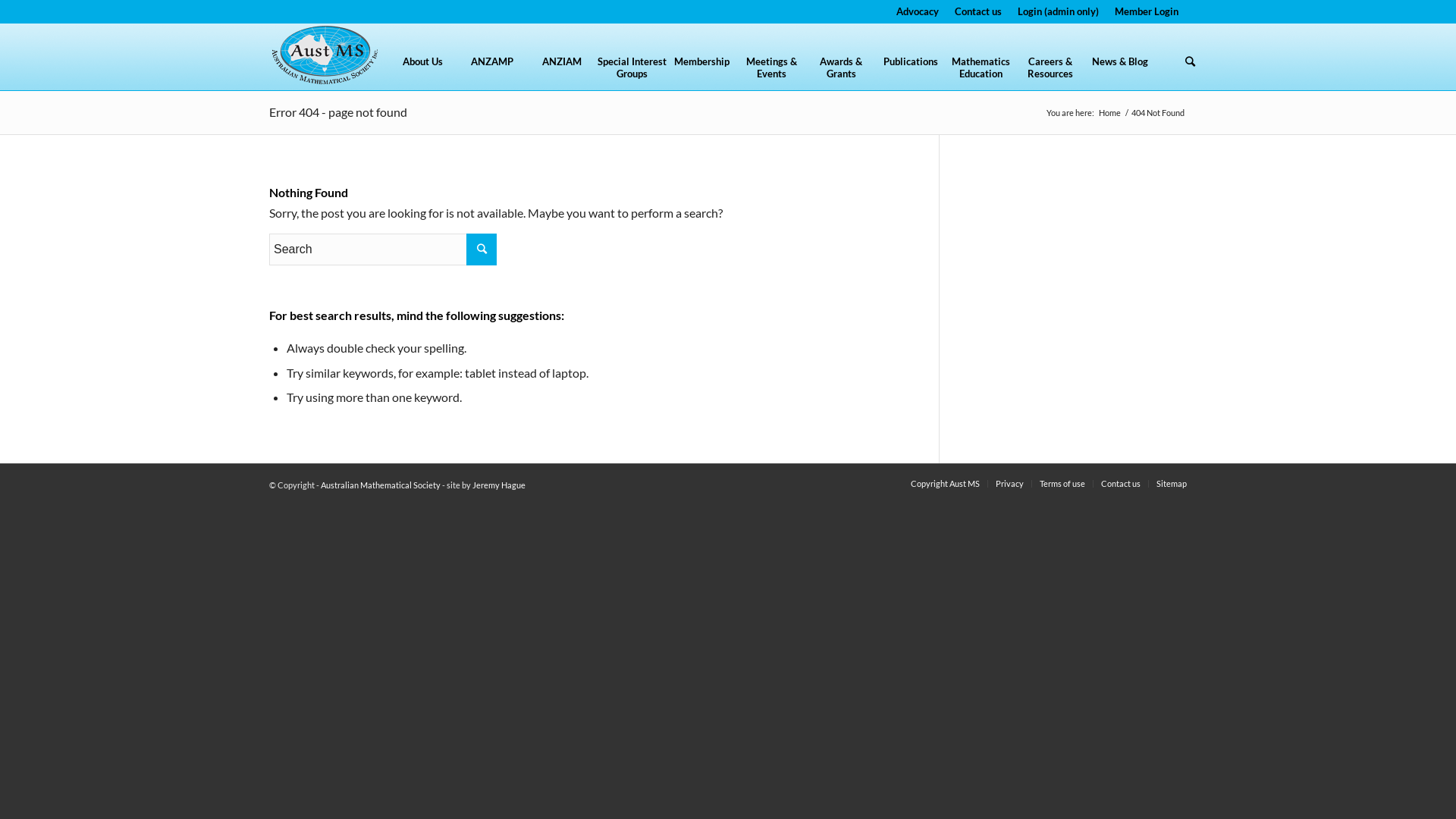 The image size is (1456, 819). What do you see at coordinates (1050, 72) in the screenshot?
I see `'Careers & Resources'` at bounding box center [1050, 72].